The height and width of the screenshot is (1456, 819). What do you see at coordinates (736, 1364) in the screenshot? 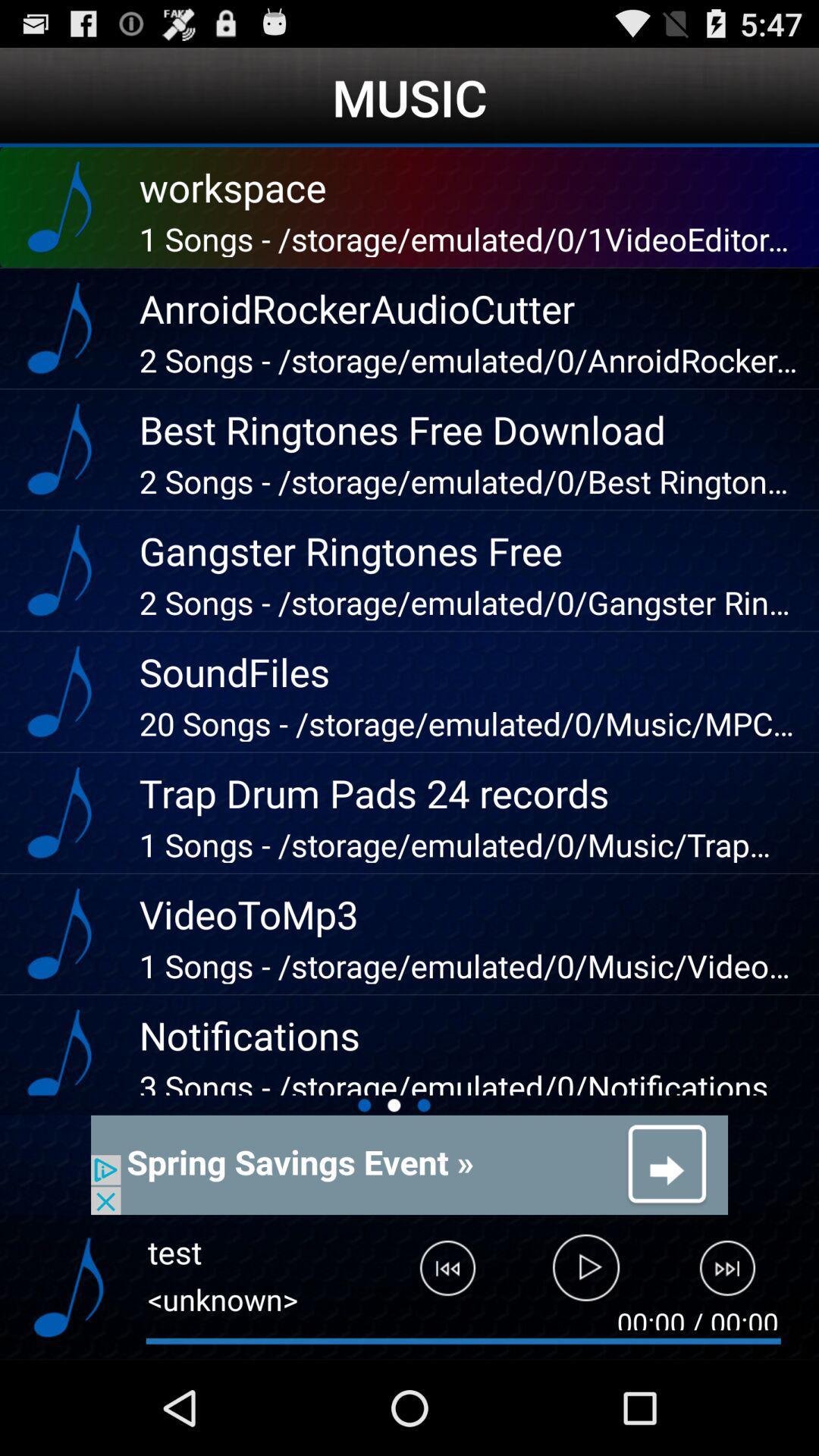
I see `the skip_next icon` at bounding box center [736, 1364].